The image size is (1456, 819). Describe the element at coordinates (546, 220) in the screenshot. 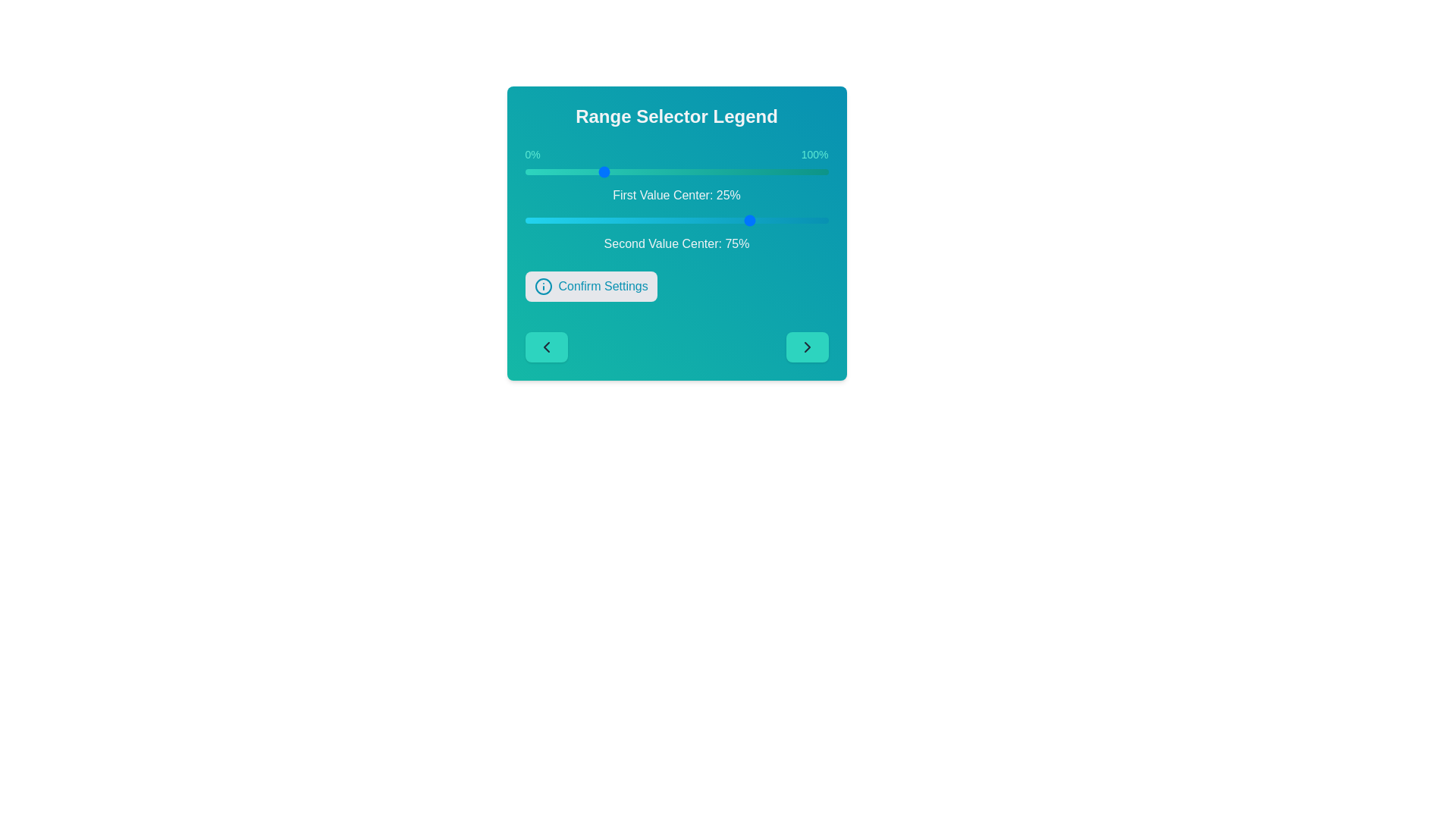

I see `the slider value` at that location.